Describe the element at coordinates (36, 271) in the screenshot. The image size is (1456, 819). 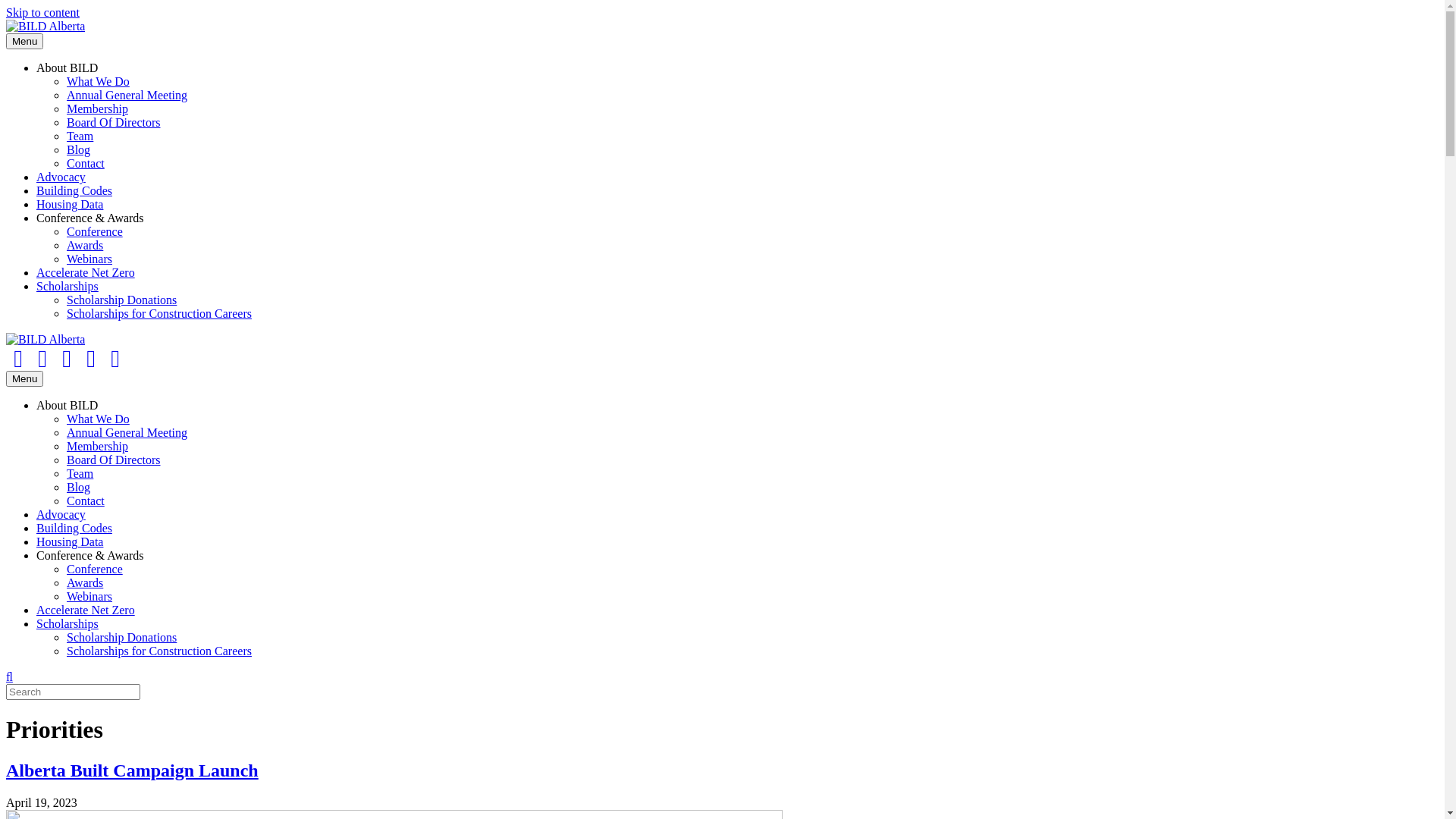
I see `'Accelerate Net Zero'` at that location.